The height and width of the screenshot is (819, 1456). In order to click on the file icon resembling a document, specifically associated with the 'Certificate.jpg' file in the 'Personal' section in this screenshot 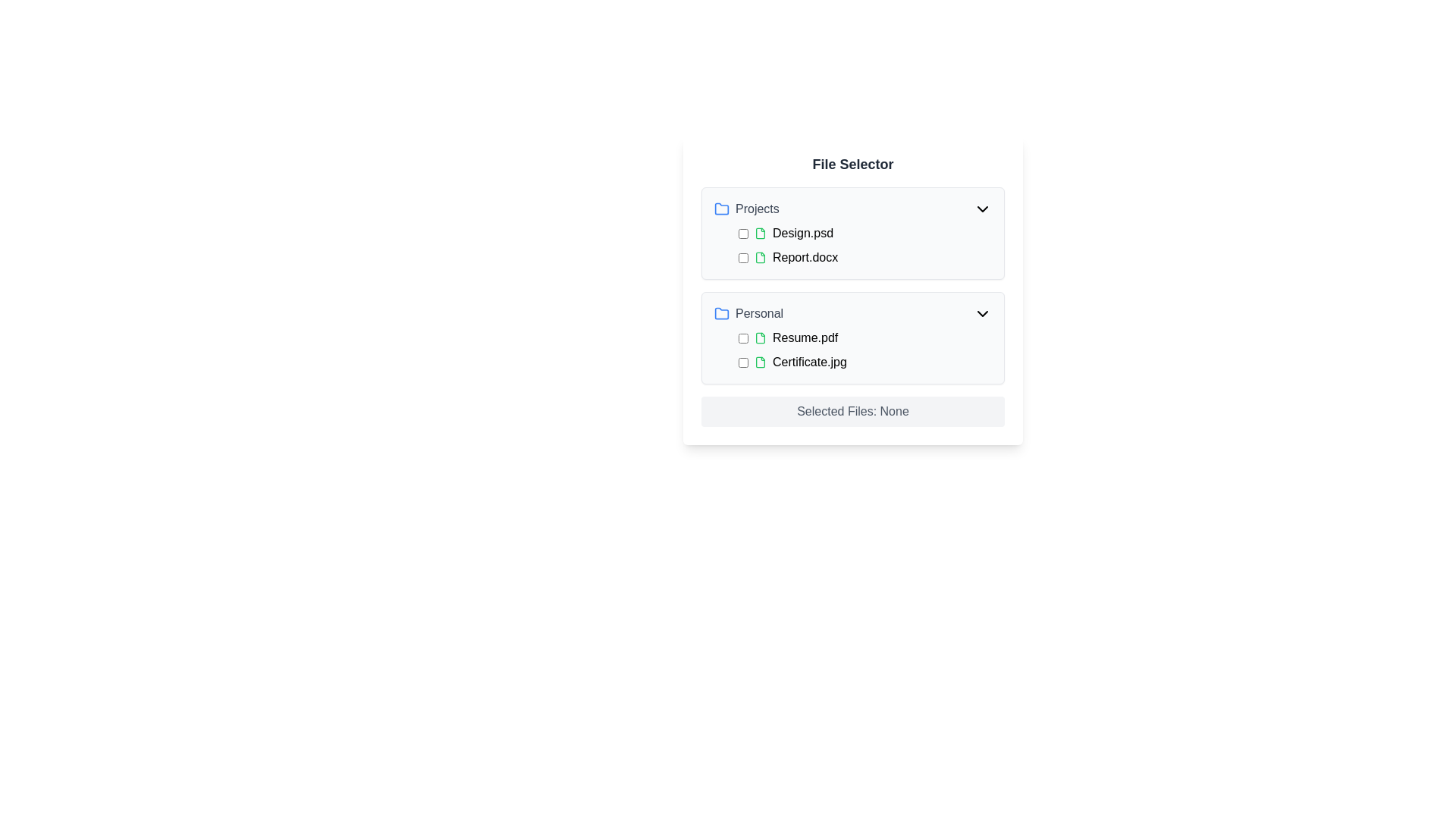, I will do `click(761, 362)`.